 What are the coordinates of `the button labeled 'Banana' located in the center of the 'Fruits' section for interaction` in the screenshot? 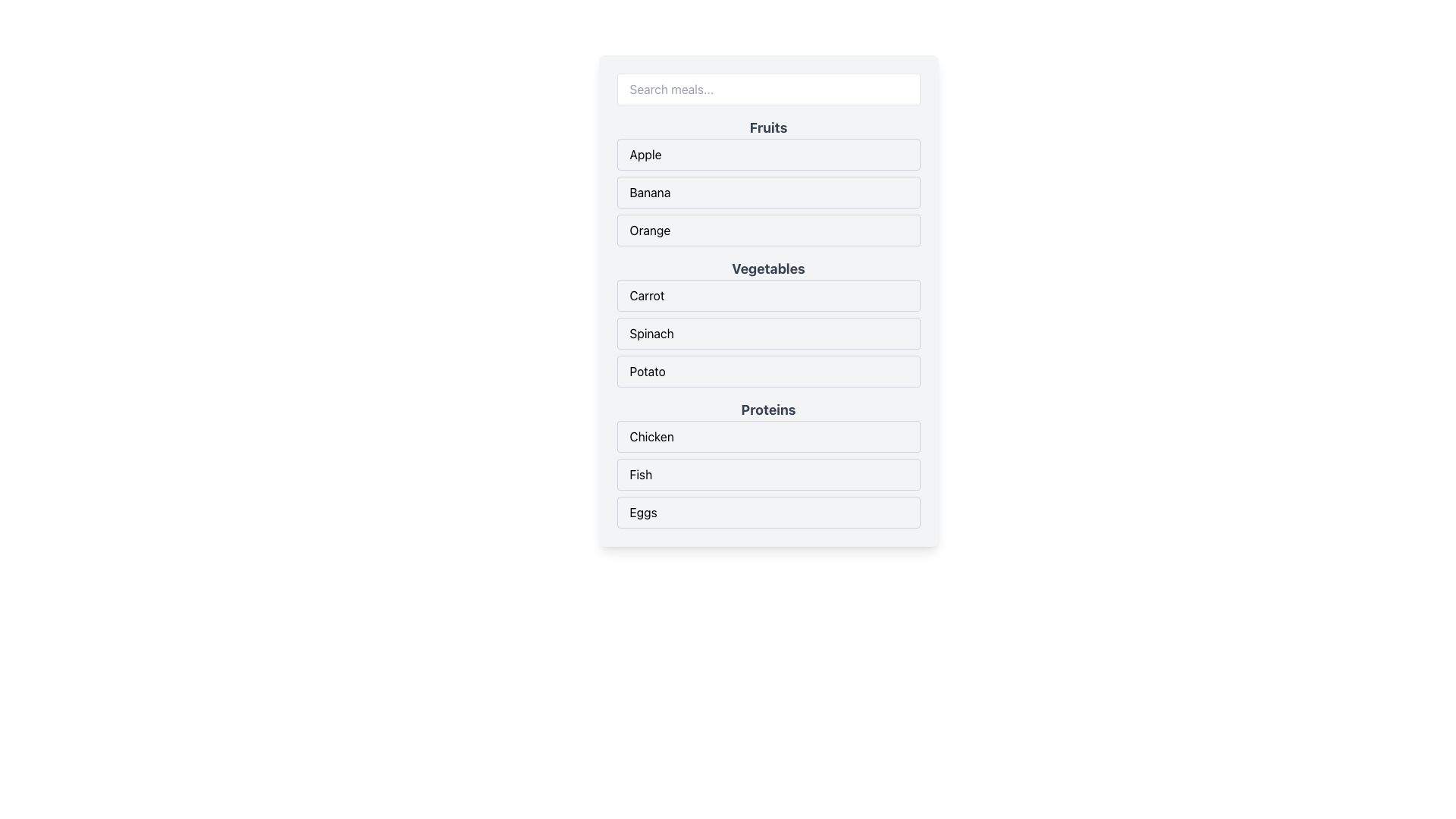 It's located at (768, 192).